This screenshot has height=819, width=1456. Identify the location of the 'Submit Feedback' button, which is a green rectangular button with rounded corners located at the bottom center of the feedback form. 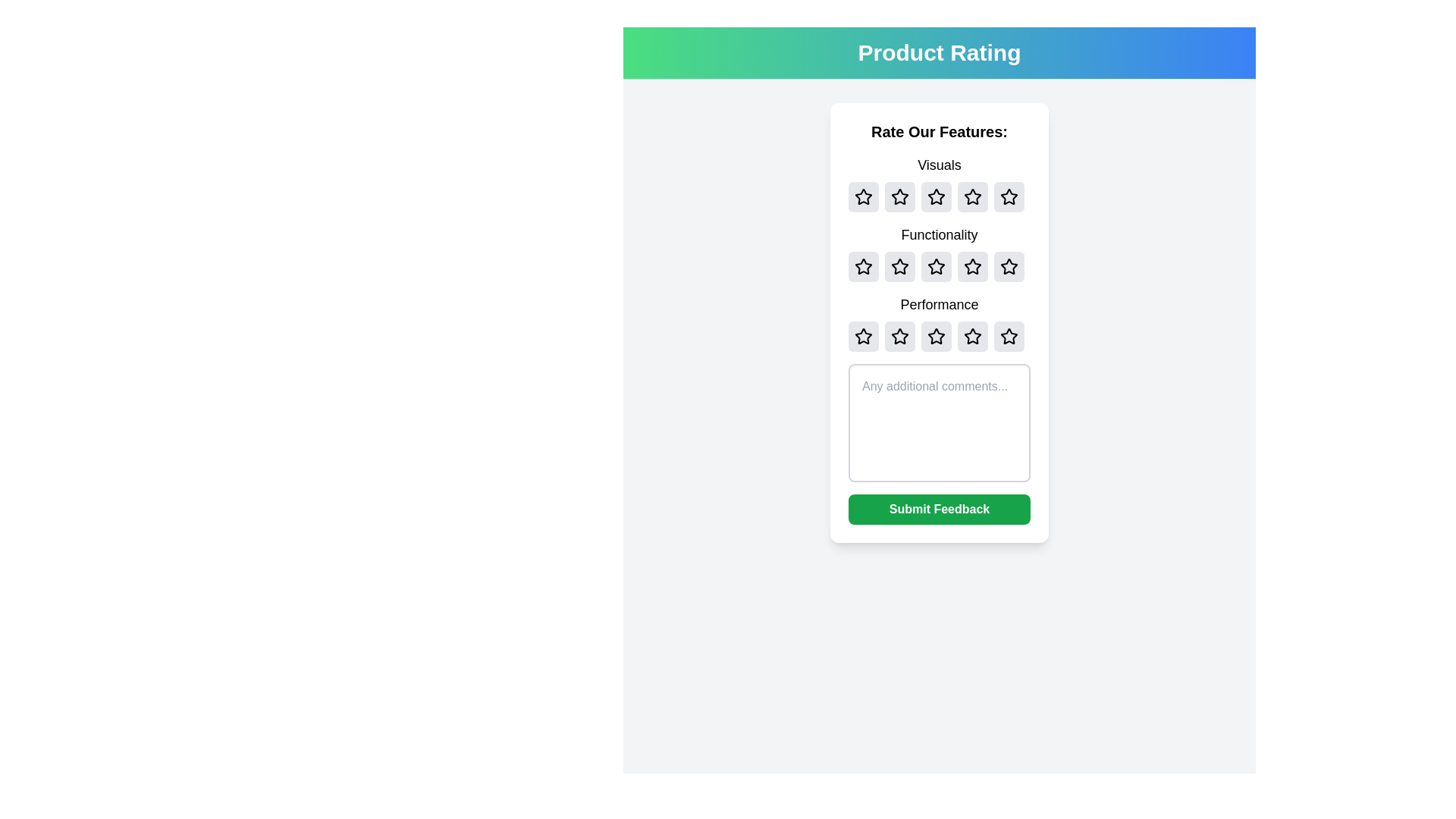
(938, 509).